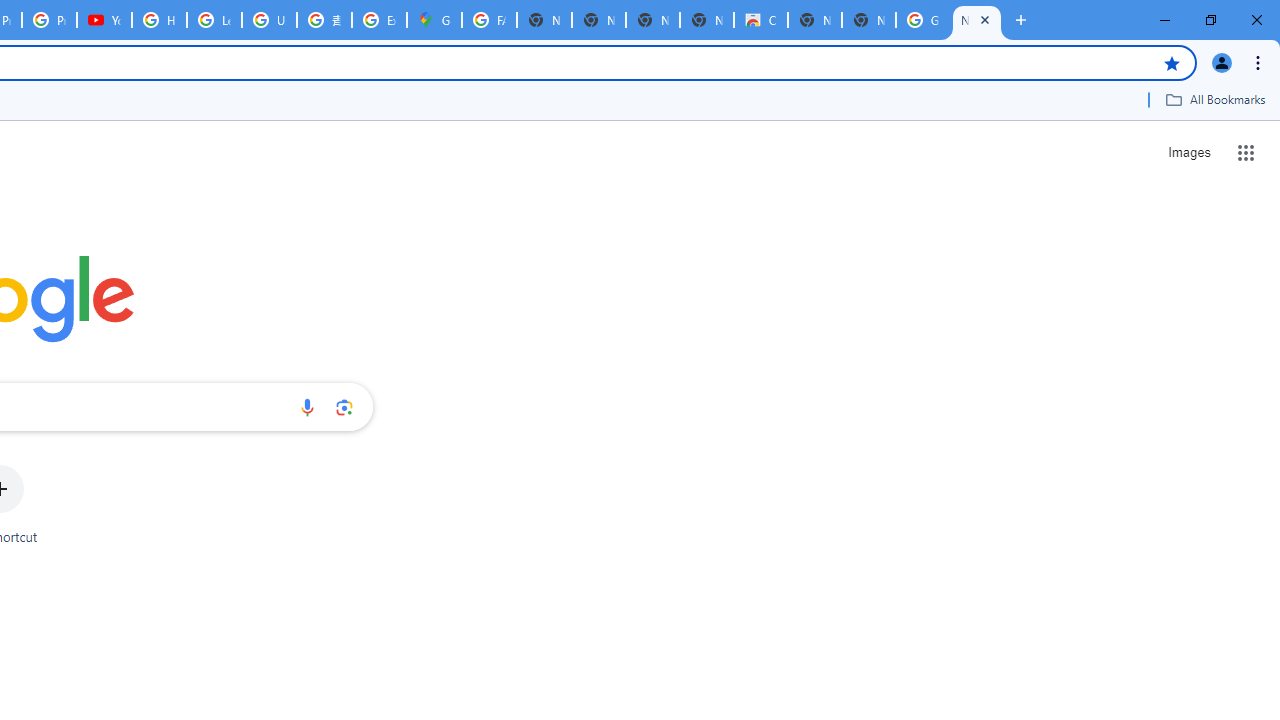  What do you see at coordinates (759, 20) in the screenshot?
I see `'Chrome Web Store'` at bounding box center [759, 20].